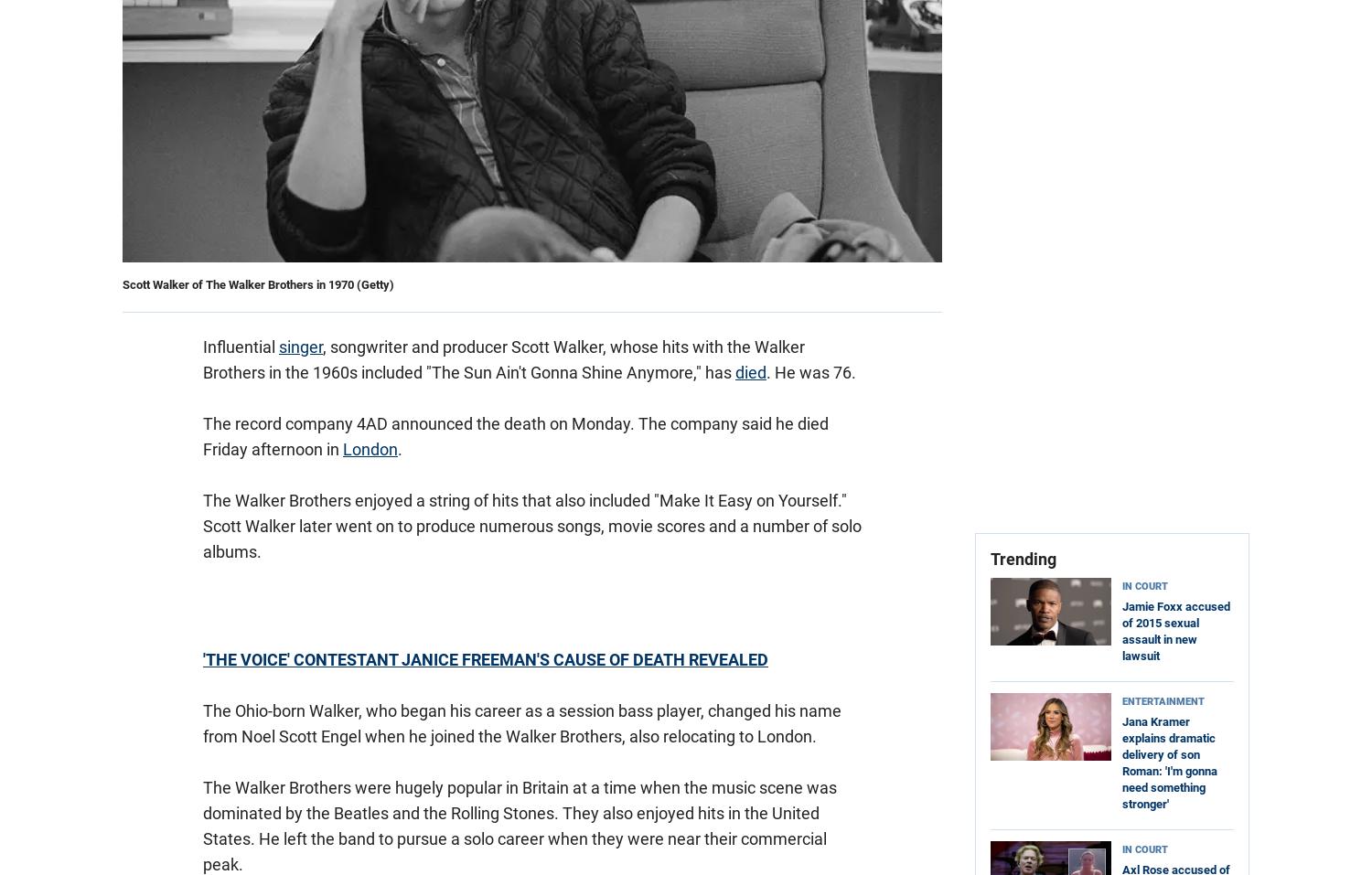 The image size is (1372, 875). I want to click on '(Getty)', so click(357, 284).